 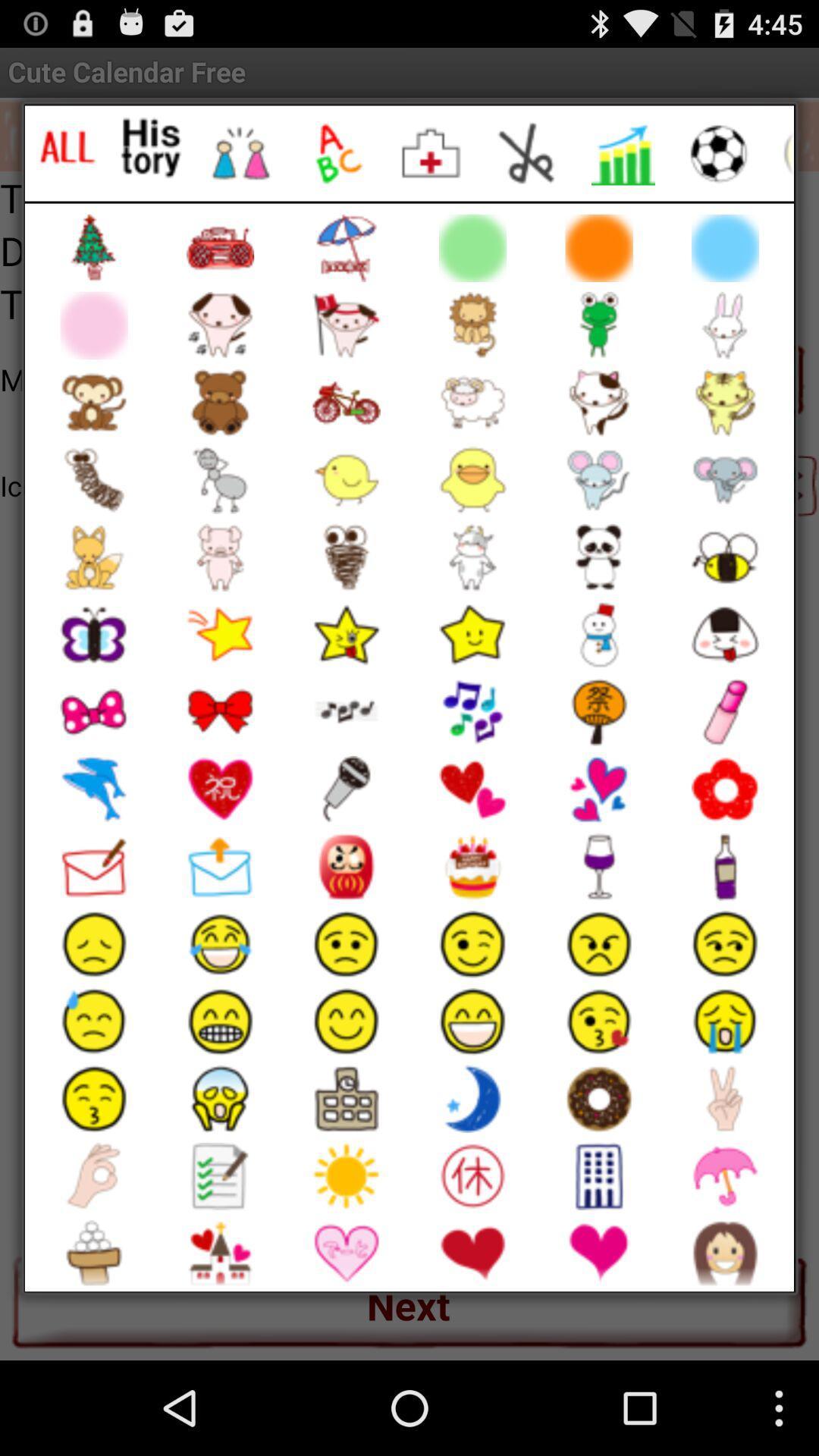 What do you see at coordinates (432, 153) in the screenshot?
I see `choose symbol` at bounding box center [432, 153].